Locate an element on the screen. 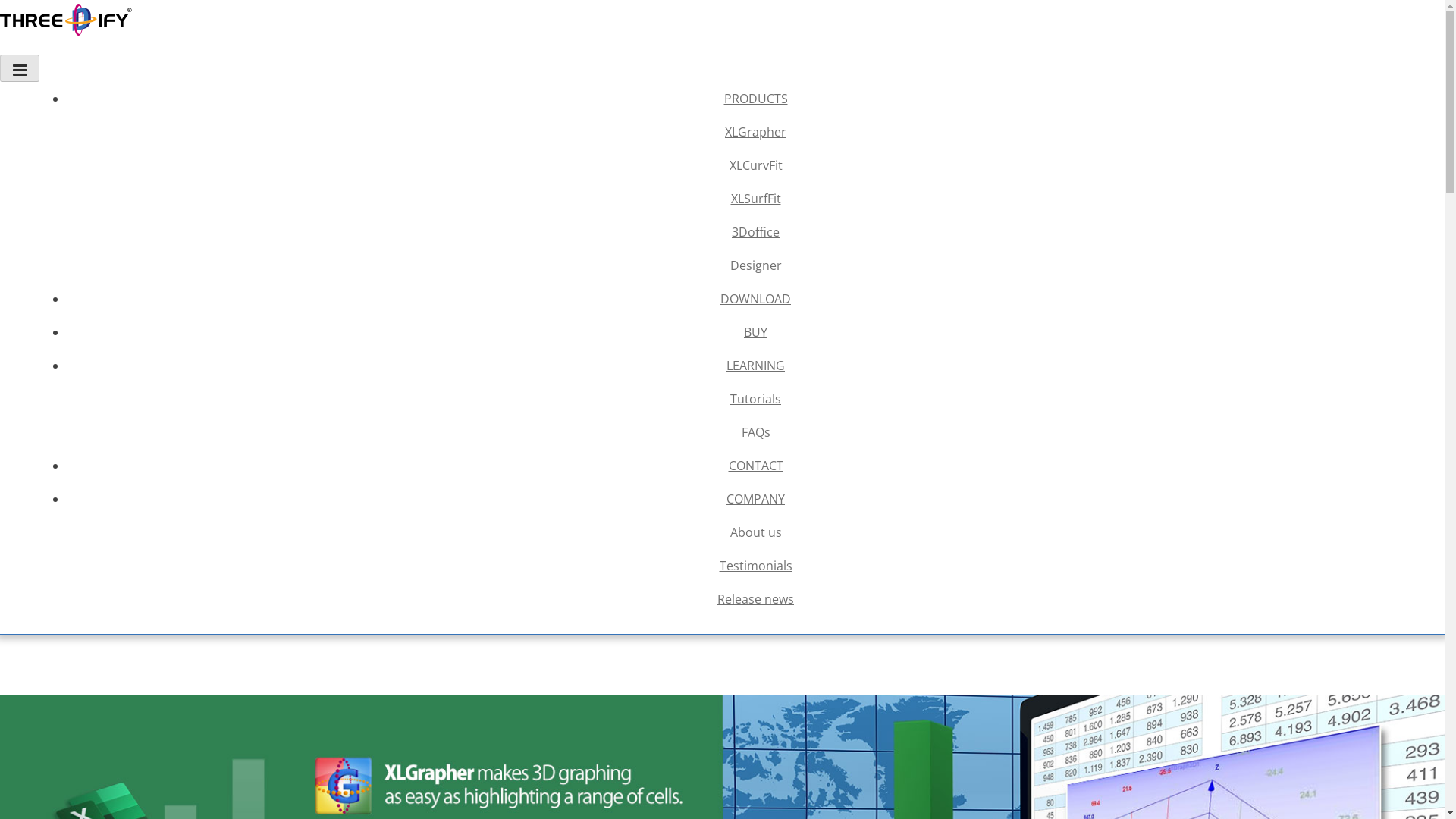  'About us' is located at coordinates (755, 532).